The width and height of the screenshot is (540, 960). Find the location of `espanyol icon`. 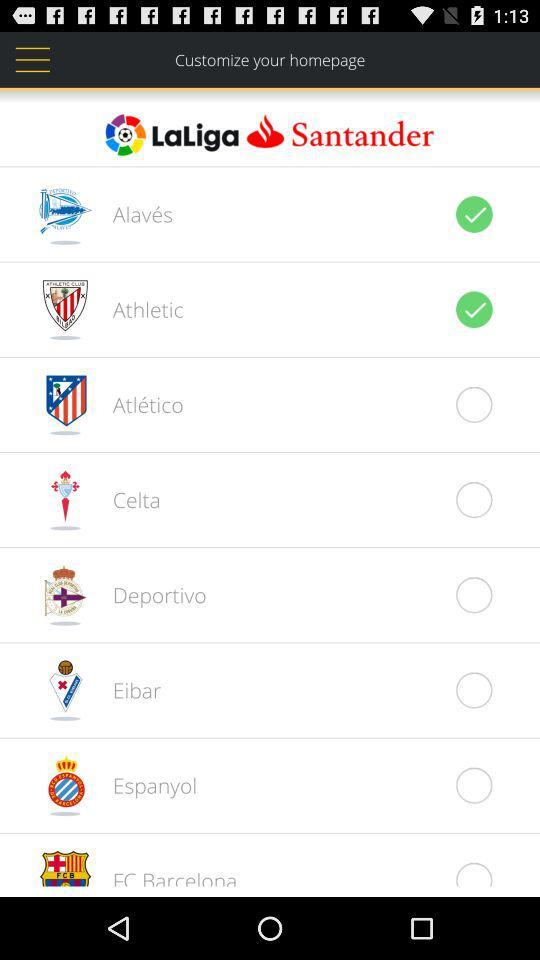

espanyol icon is located at coordinates (143, 785).